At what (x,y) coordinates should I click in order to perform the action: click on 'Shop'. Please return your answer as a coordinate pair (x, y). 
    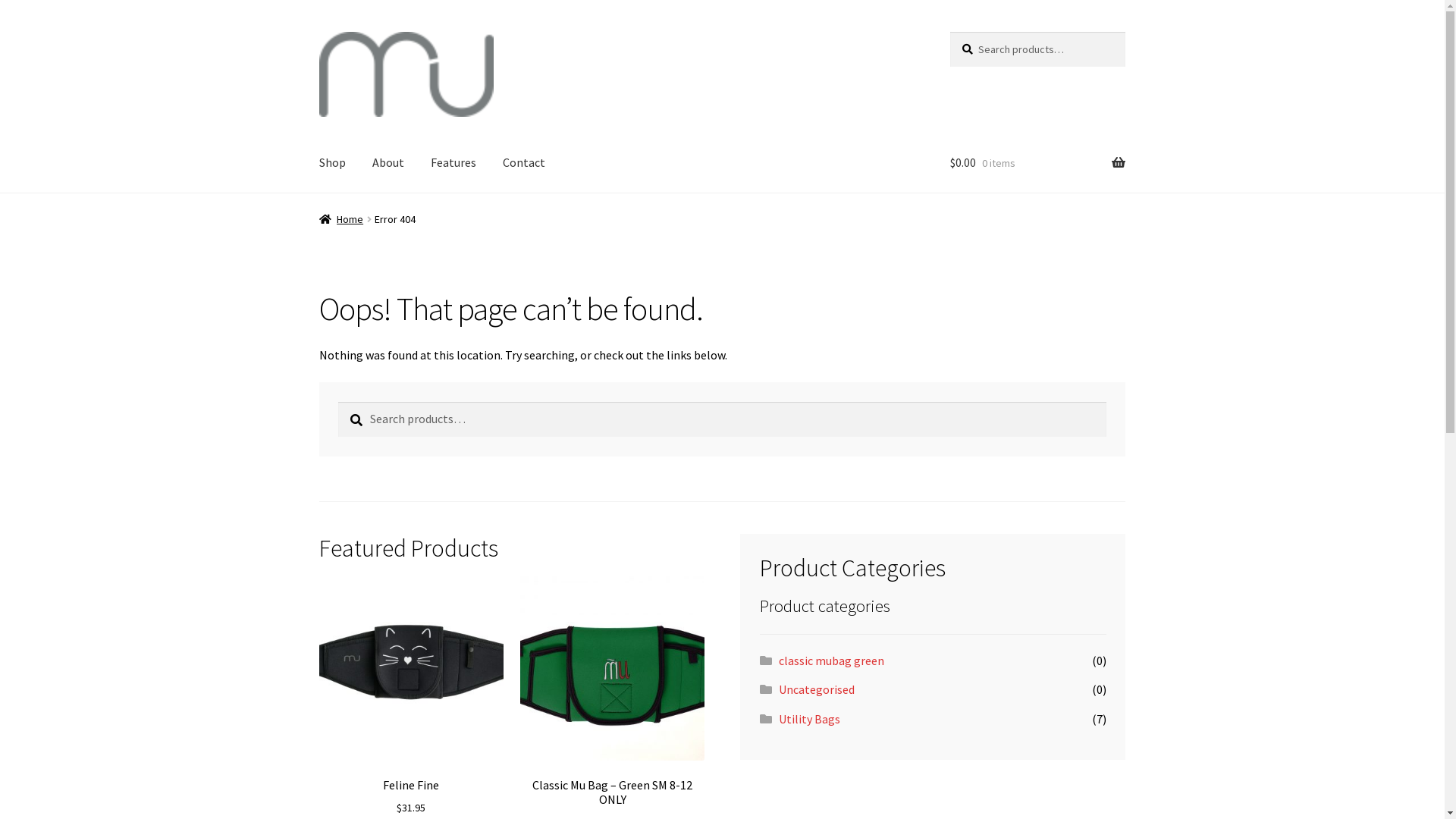
    Looking at the image, I should click on (331, 164).